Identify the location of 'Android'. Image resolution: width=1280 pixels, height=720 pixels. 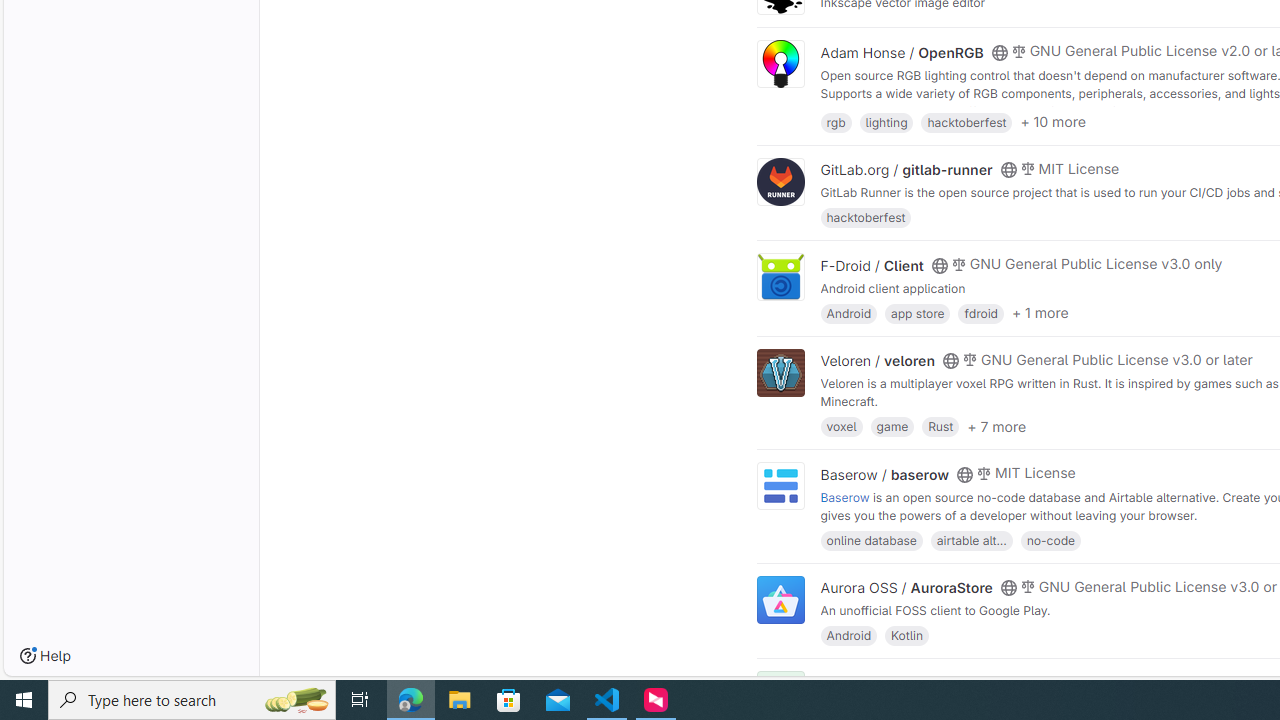
(848, 635).